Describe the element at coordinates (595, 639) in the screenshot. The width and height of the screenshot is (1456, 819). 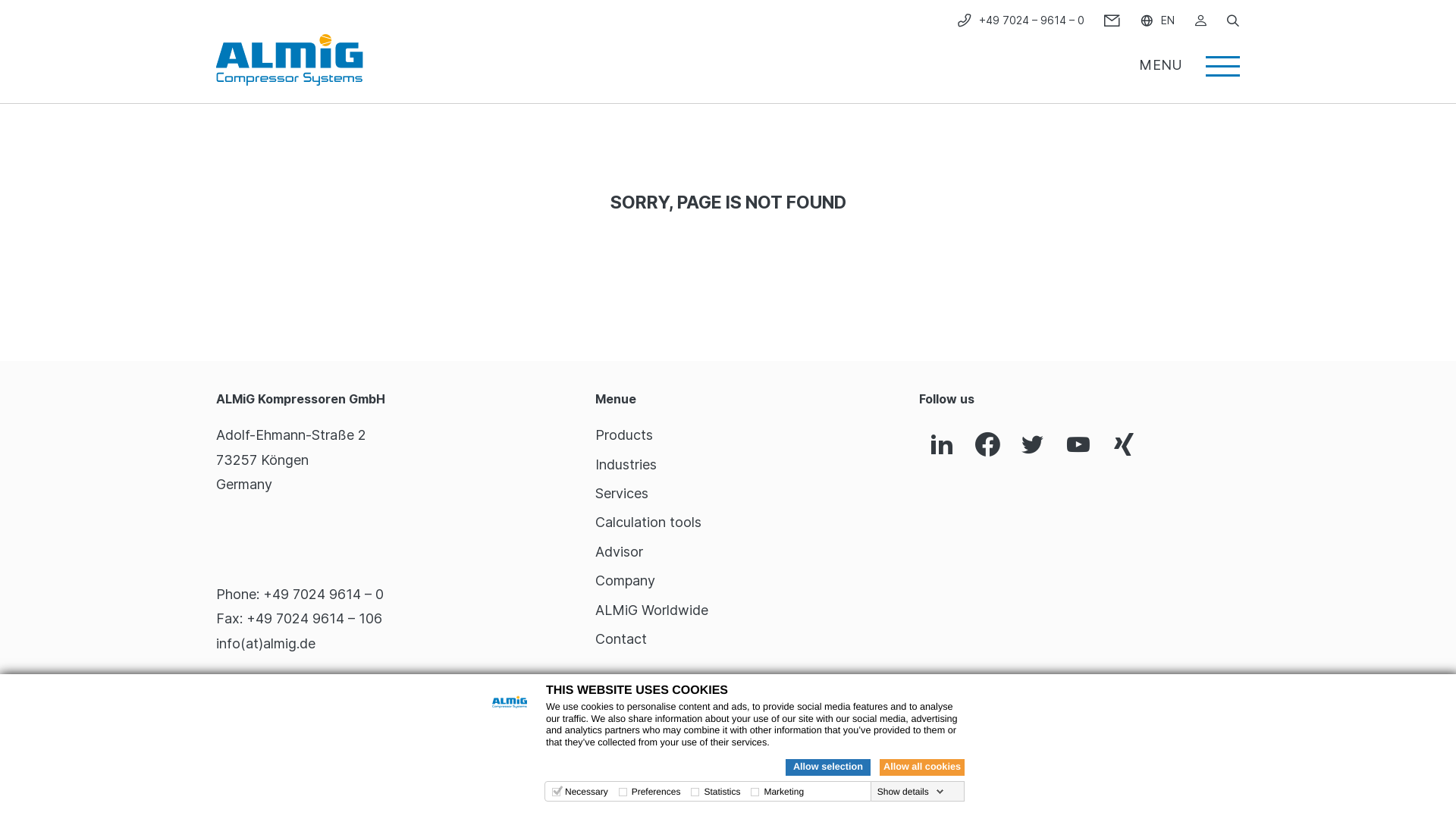
I see `'Contact'` at that location.